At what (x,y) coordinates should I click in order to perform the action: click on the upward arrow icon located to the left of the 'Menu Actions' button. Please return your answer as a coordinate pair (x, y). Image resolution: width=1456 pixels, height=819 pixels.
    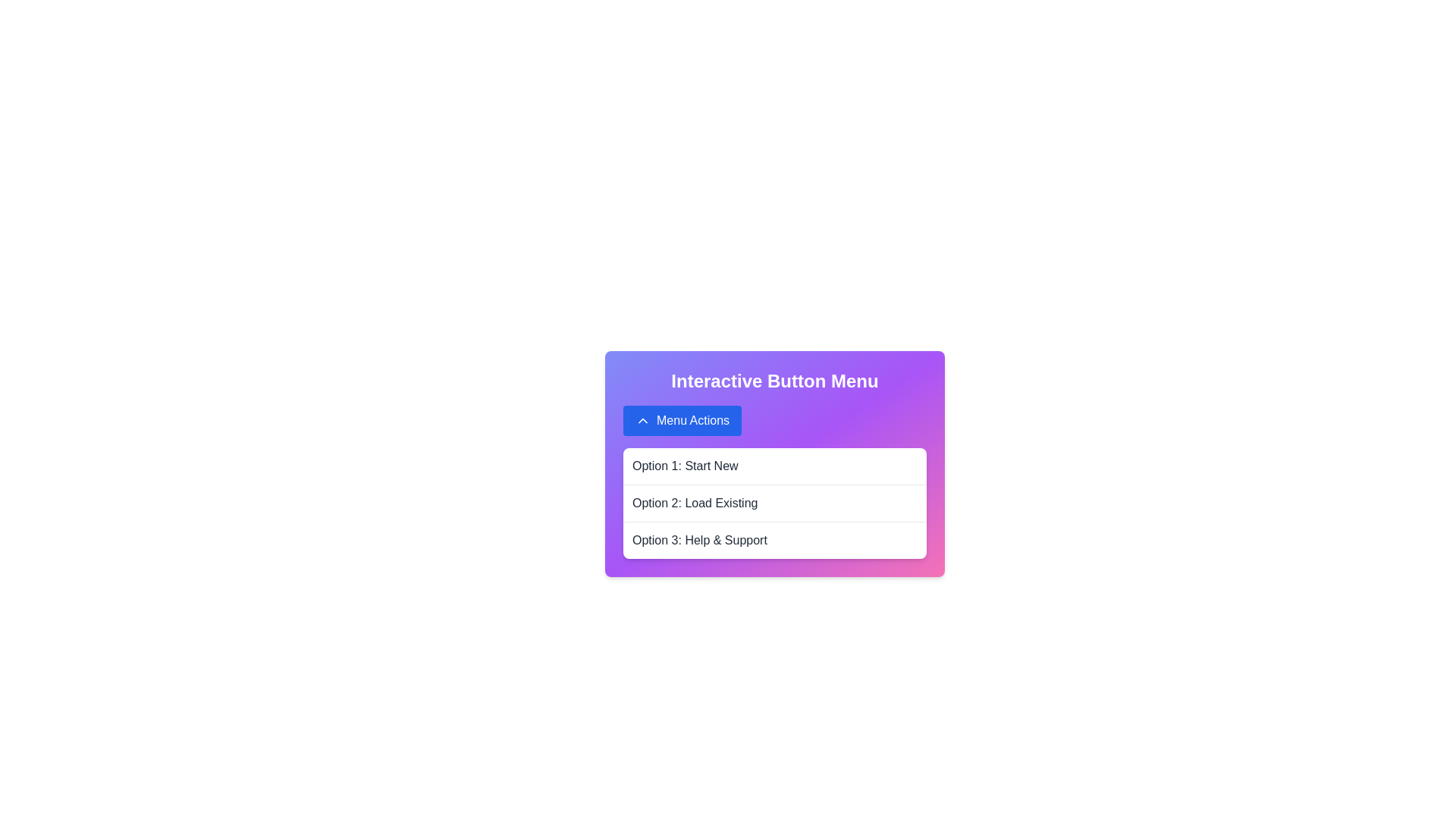
    Looking at the image, I should click on (643, 421).